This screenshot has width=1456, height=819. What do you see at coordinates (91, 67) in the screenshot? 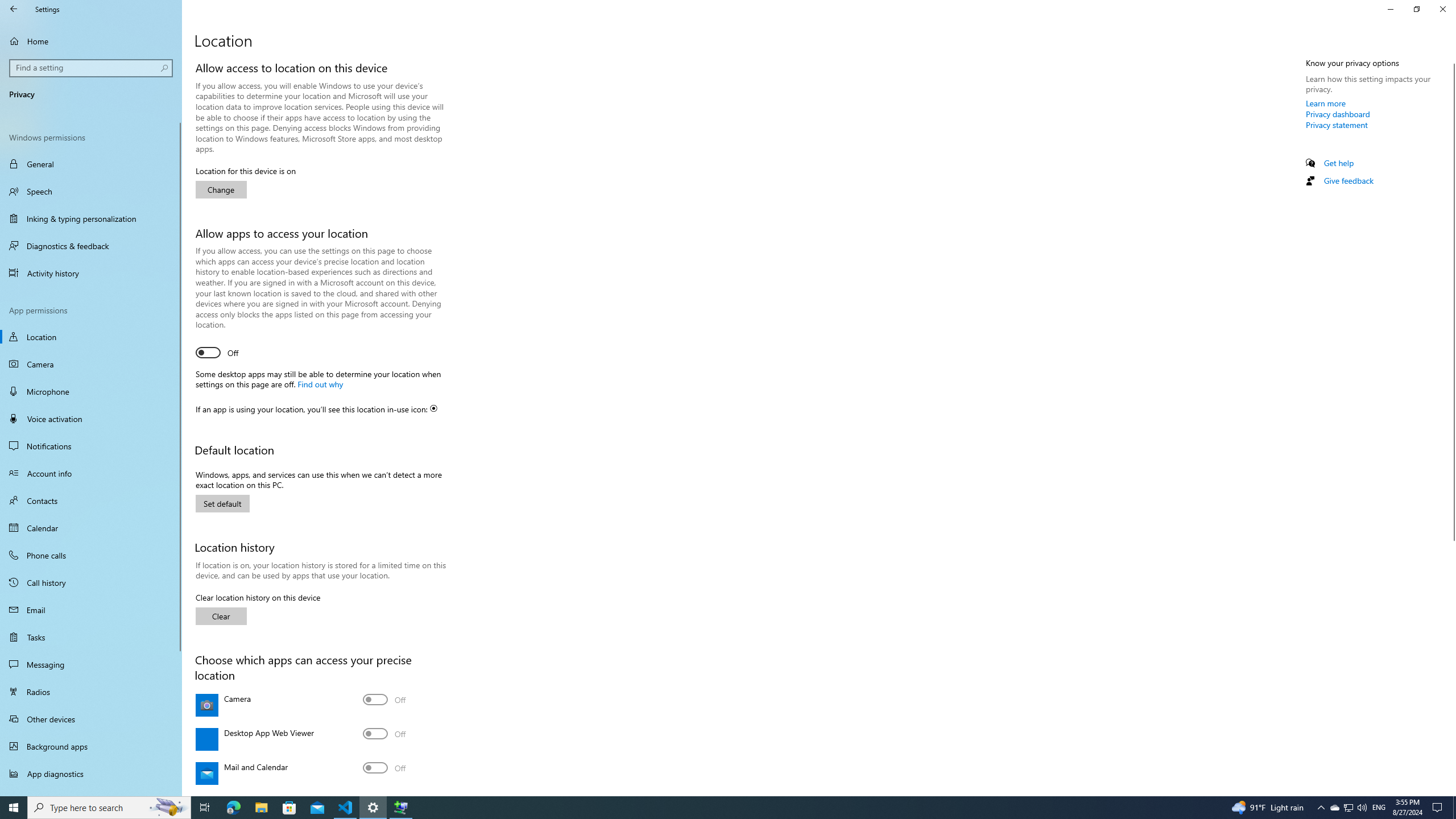
I see `'Search box, Find a setting'` at bounding box center [91, 67].